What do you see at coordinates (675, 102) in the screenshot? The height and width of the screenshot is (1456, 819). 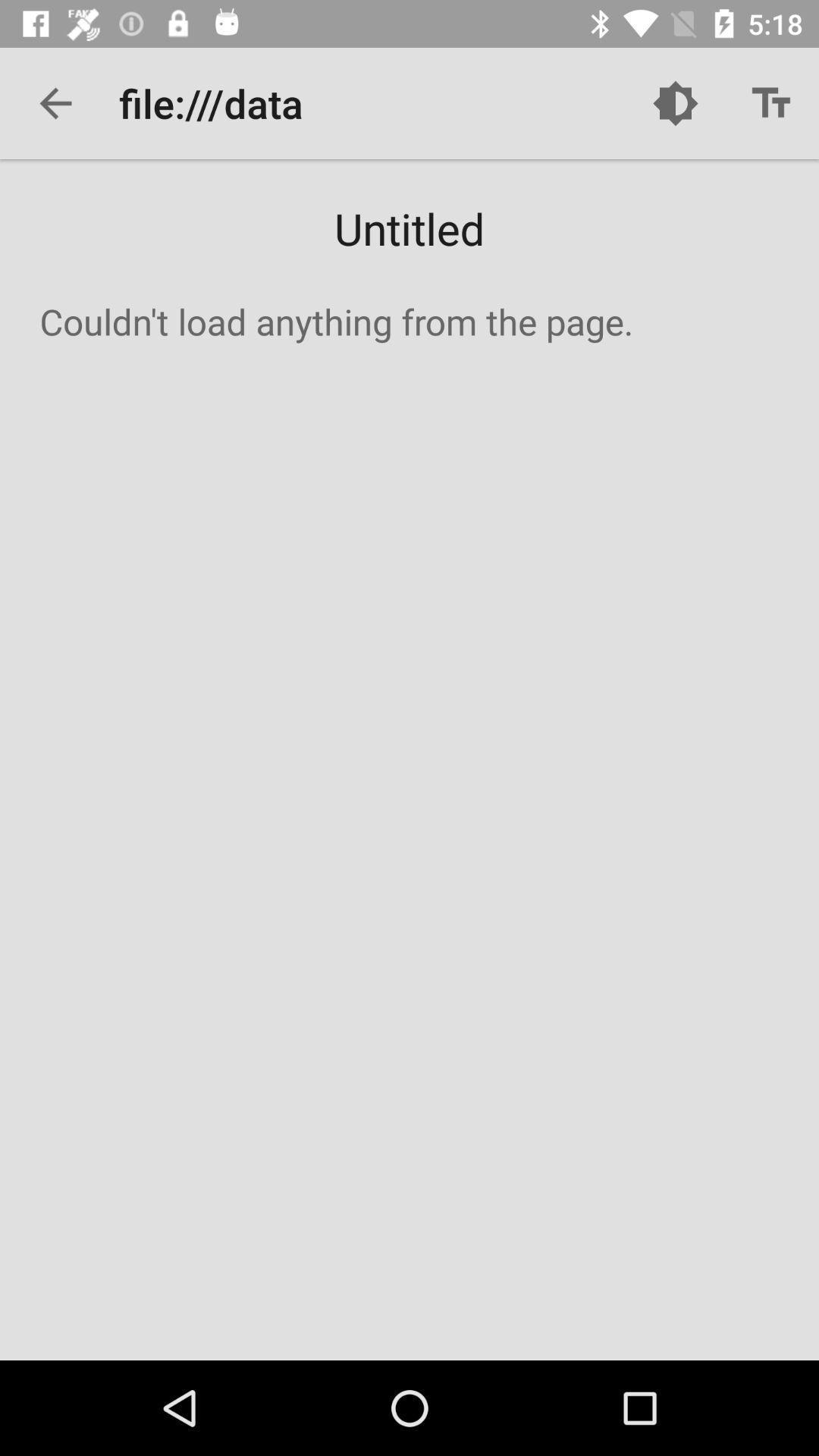 I see `icon next to the file:///data icon` at bounding box center [675, 102].